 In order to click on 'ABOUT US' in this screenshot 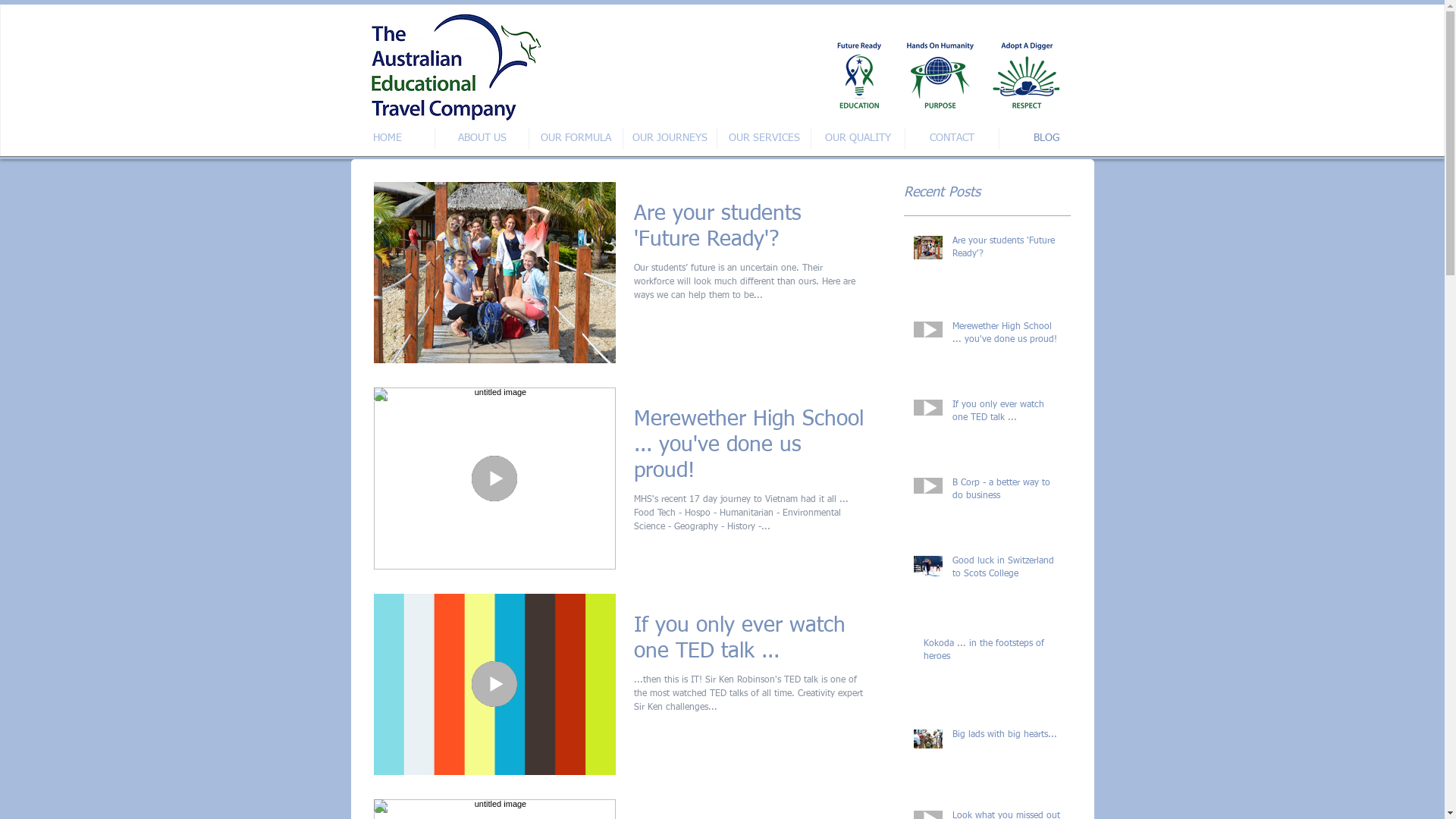, I will do `click(481, 138)`.